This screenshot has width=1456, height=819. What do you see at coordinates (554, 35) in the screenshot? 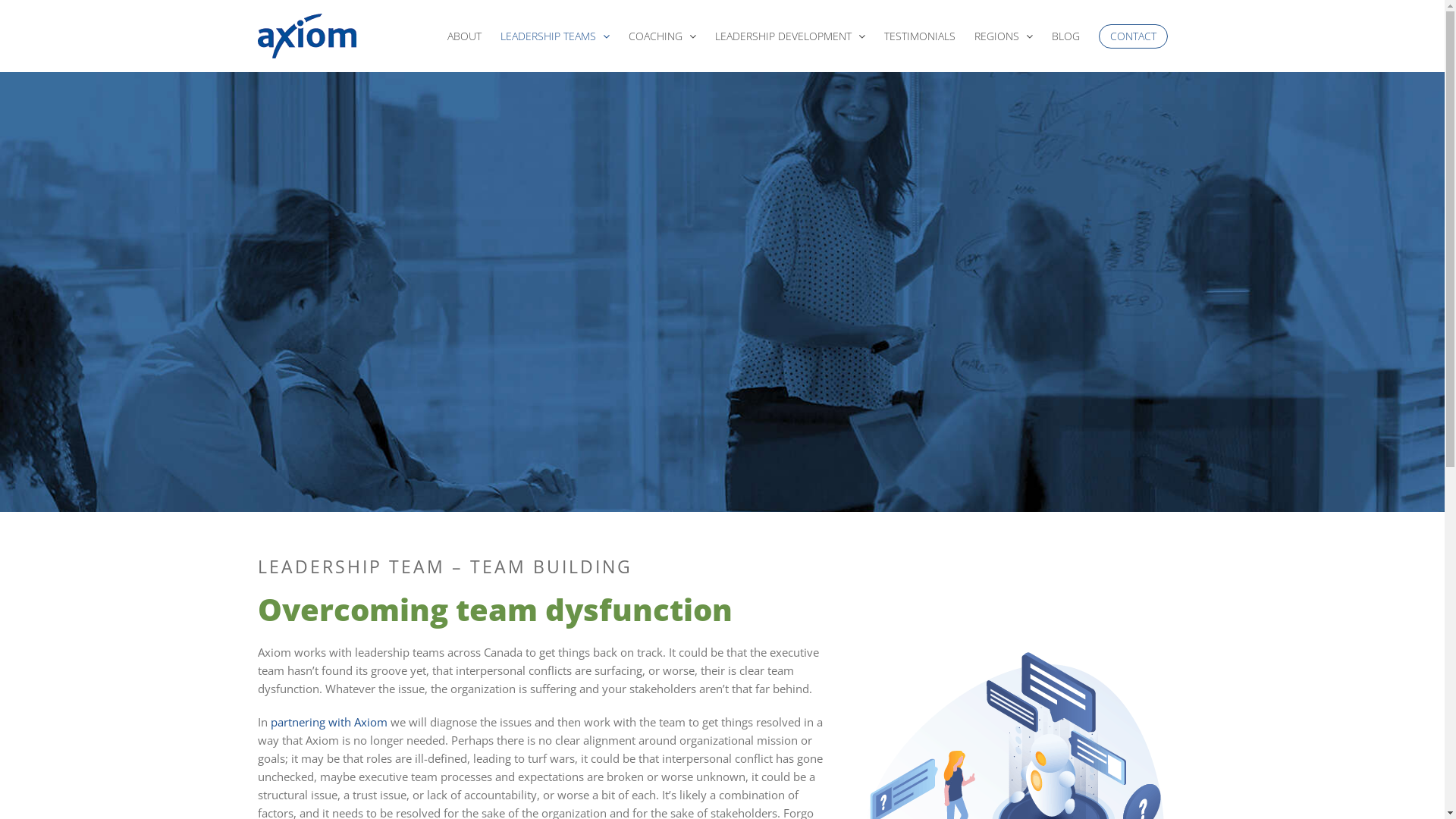
I see `'LEADERSHIP TEAMS'` at bounding box center [554, 35].